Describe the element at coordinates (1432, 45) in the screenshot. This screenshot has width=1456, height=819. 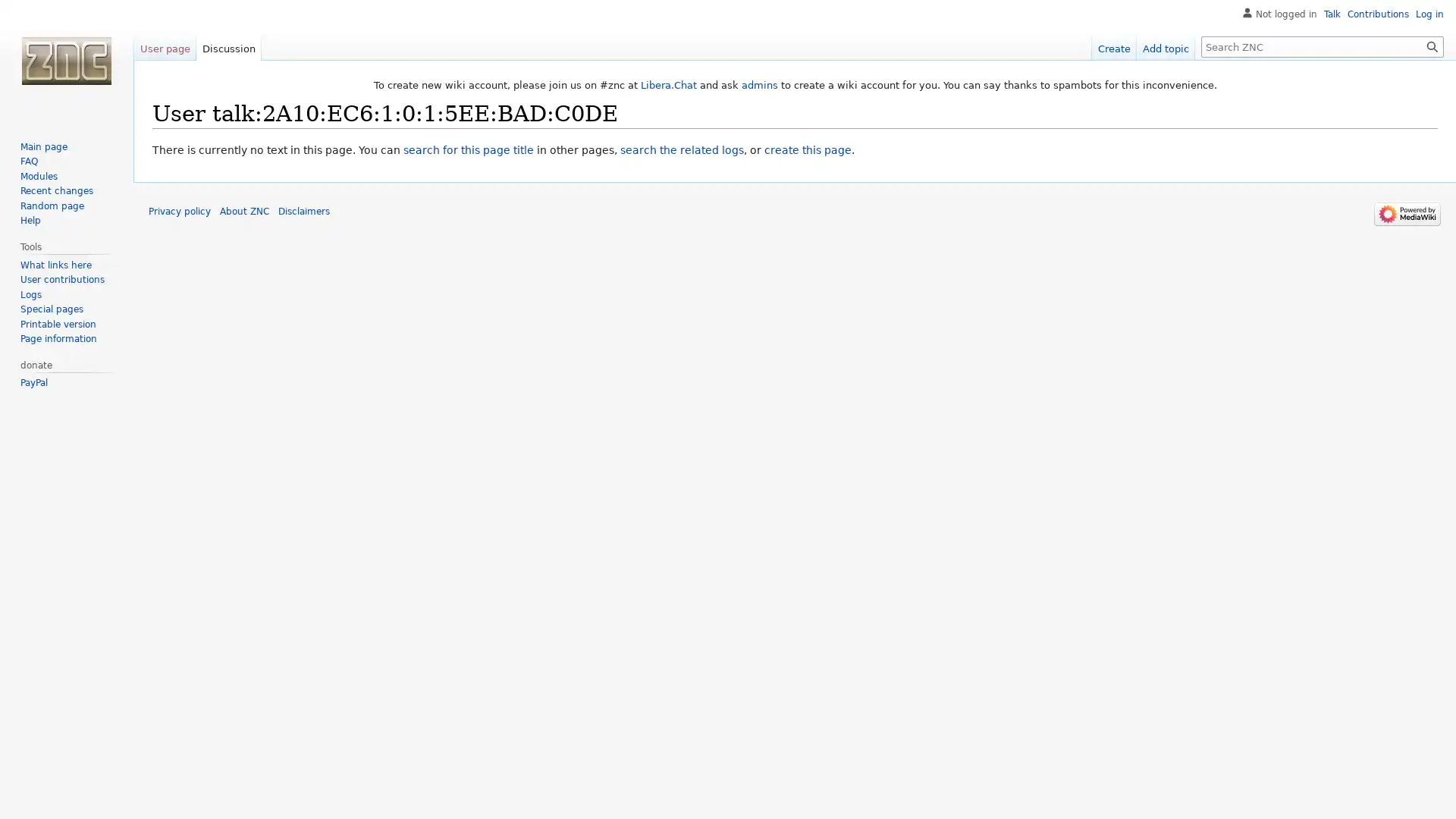
I see `Go` at that location.